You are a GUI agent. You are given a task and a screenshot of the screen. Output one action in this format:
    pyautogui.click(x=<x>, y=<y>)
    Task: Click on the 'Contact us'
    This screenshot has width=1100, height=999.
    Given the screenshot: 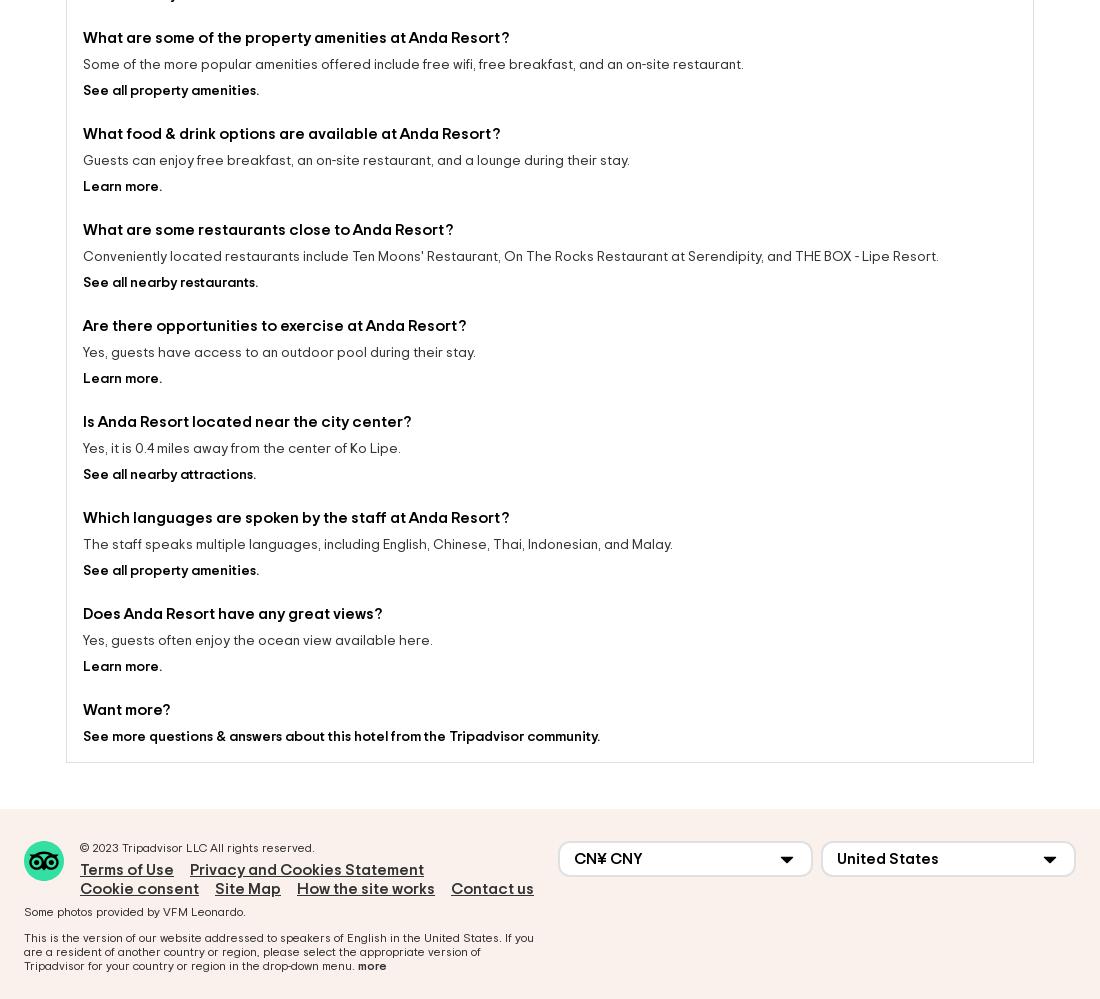 What is the action you would take?
    pyautogui.click(x=450, y=870)
    